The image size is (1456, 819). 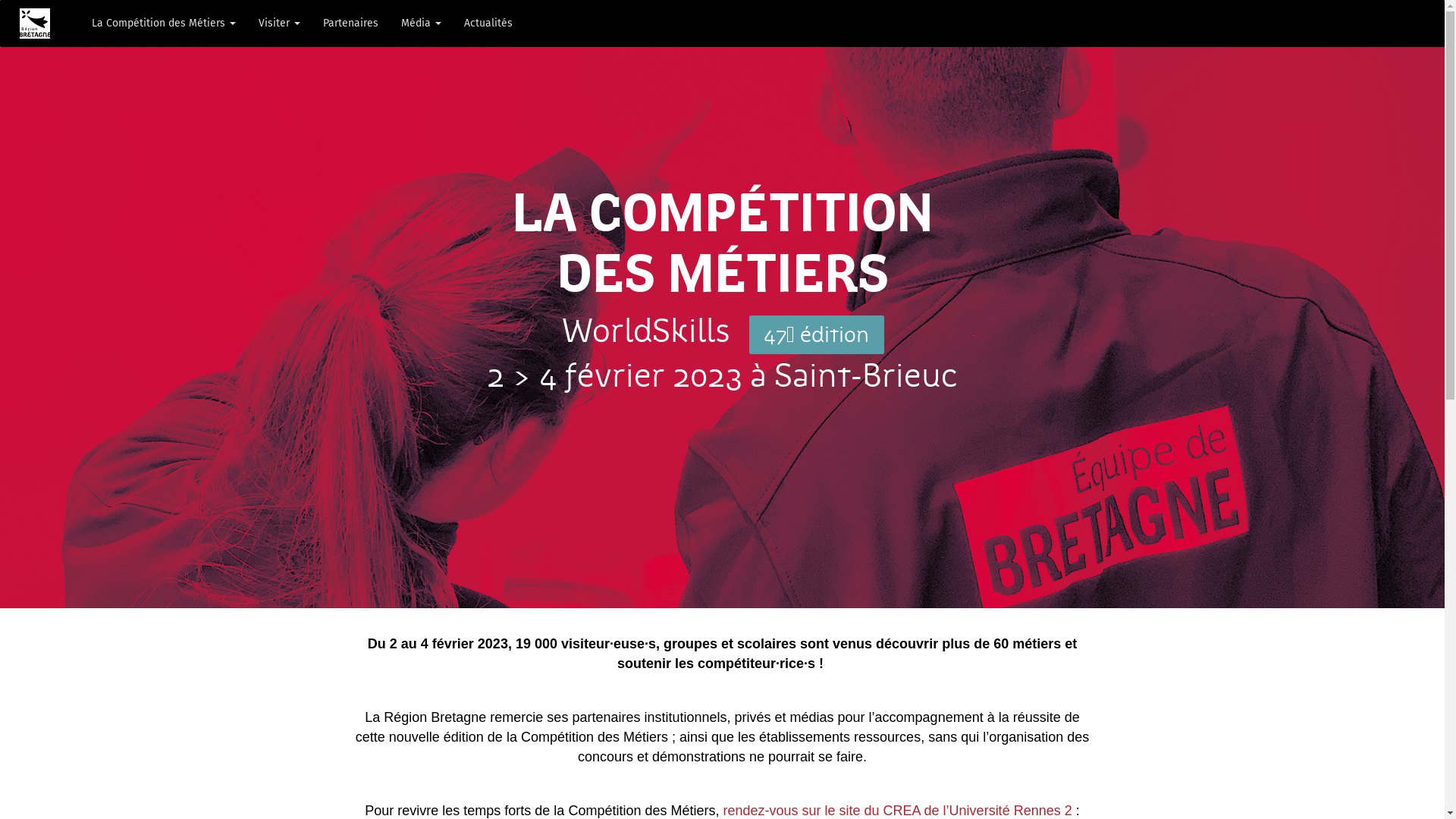 I want to click on 'Partenaires', so click(x=350, y=23).